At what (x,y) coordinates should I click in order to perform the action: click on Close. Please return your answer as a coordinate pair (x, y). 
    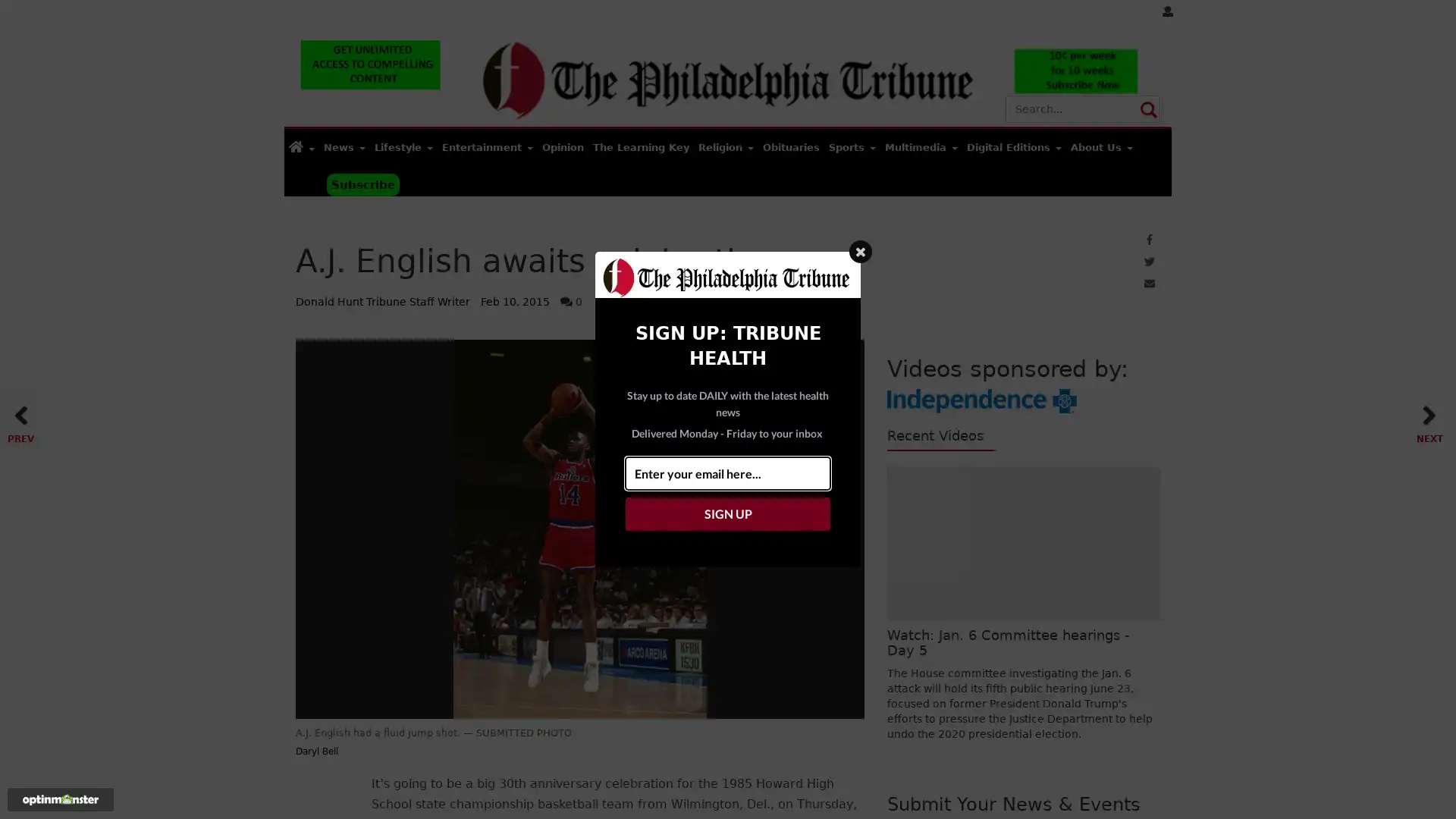
    Looking at the image, I should click on (860, 250).